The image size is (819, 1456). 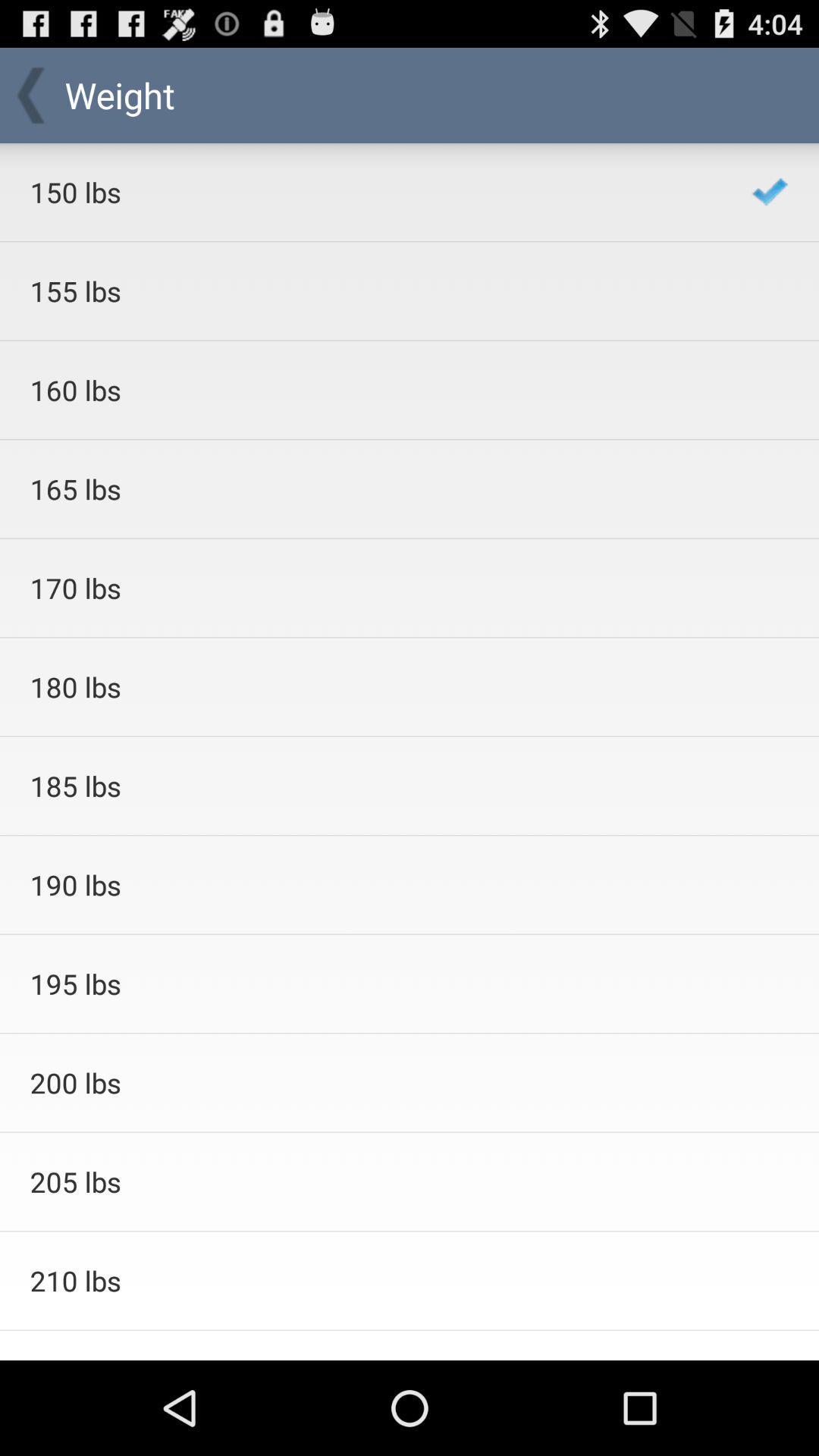 What do you see at coordinates (371, 1082) in the screenshot?
I see `the icon below 195 lbs` at bounding box center [371, 1082].